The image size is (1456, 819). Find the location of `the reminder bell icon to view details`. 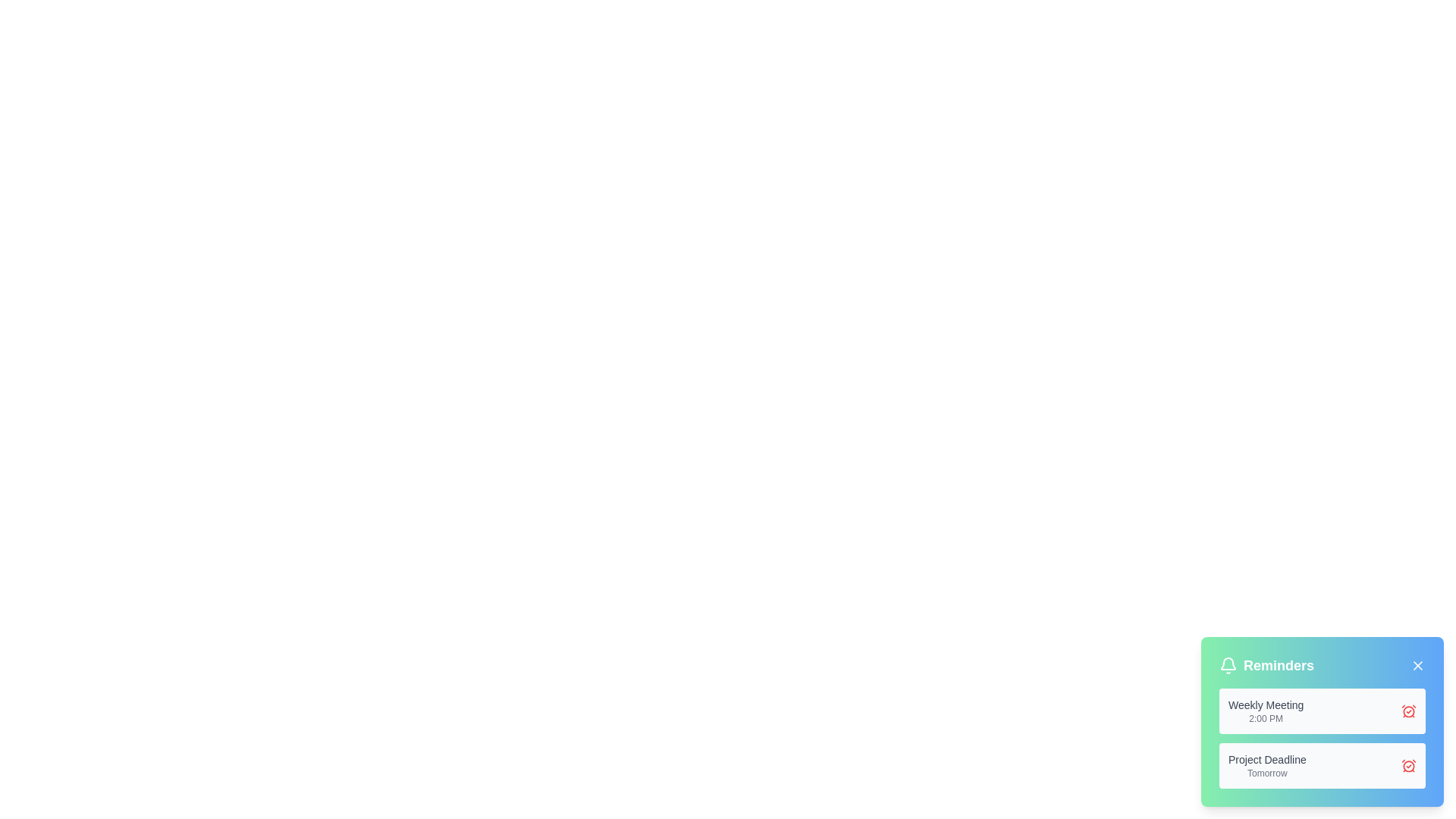

the reminder bell icon to view details is located at coordinates (1228, 665).